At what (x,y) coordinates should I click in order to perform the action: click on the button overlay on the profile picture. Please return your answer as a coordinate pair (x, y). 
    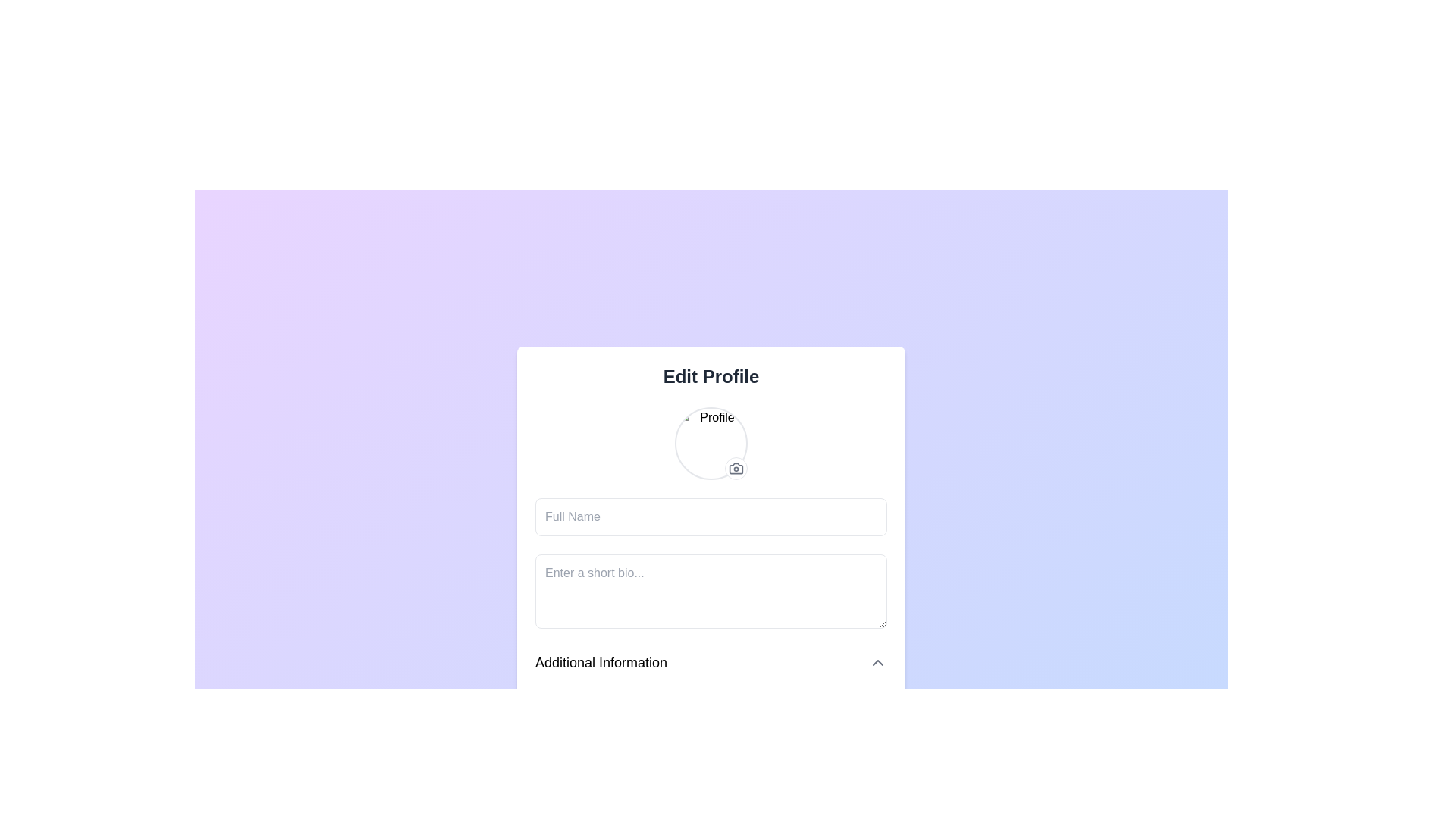
    Looking at the image, I should click on (736, 467).